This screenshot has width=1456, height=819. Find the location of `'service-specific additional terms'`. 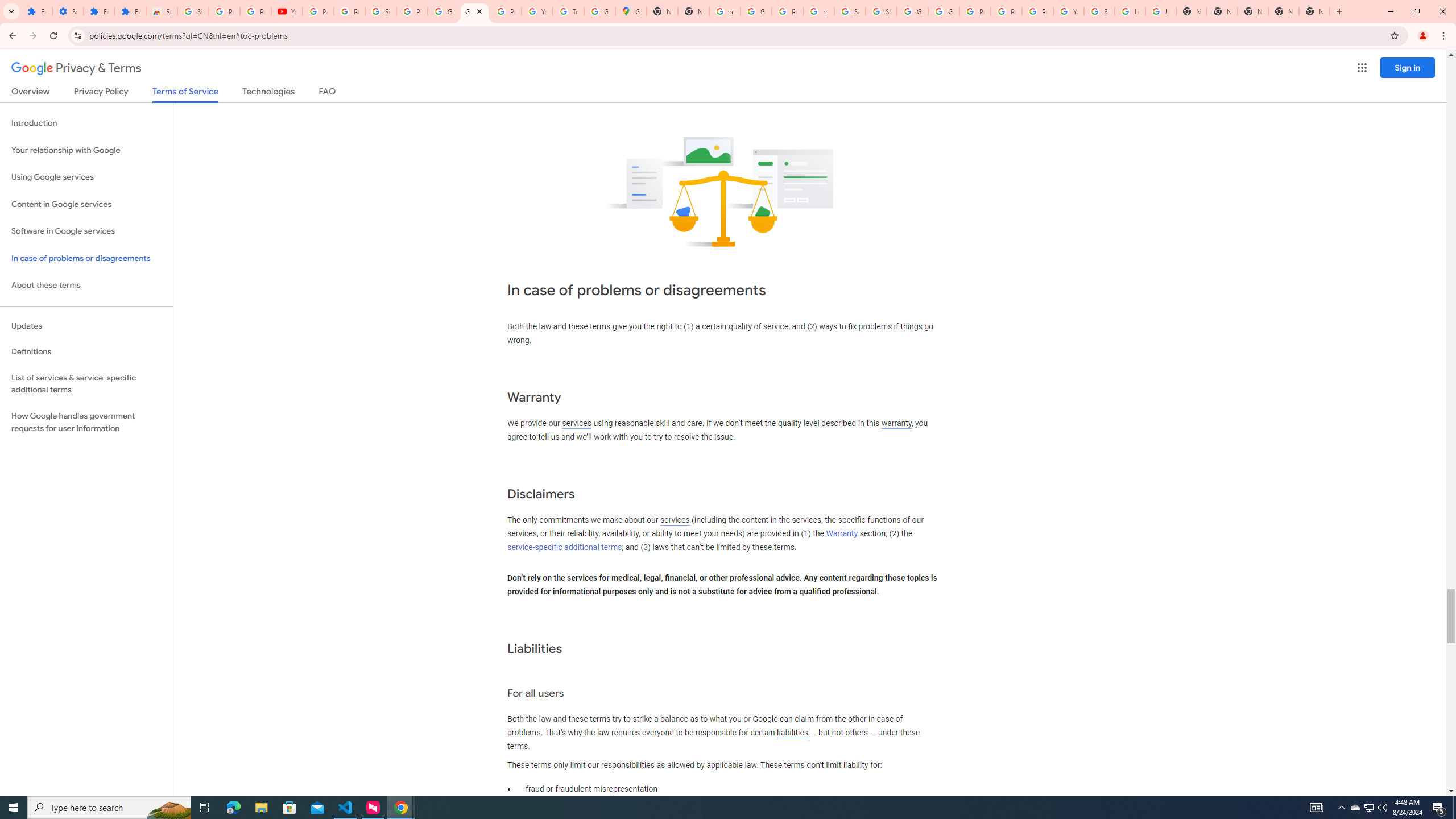

'service-specific additional terms' is located at coordinates (564, 547).